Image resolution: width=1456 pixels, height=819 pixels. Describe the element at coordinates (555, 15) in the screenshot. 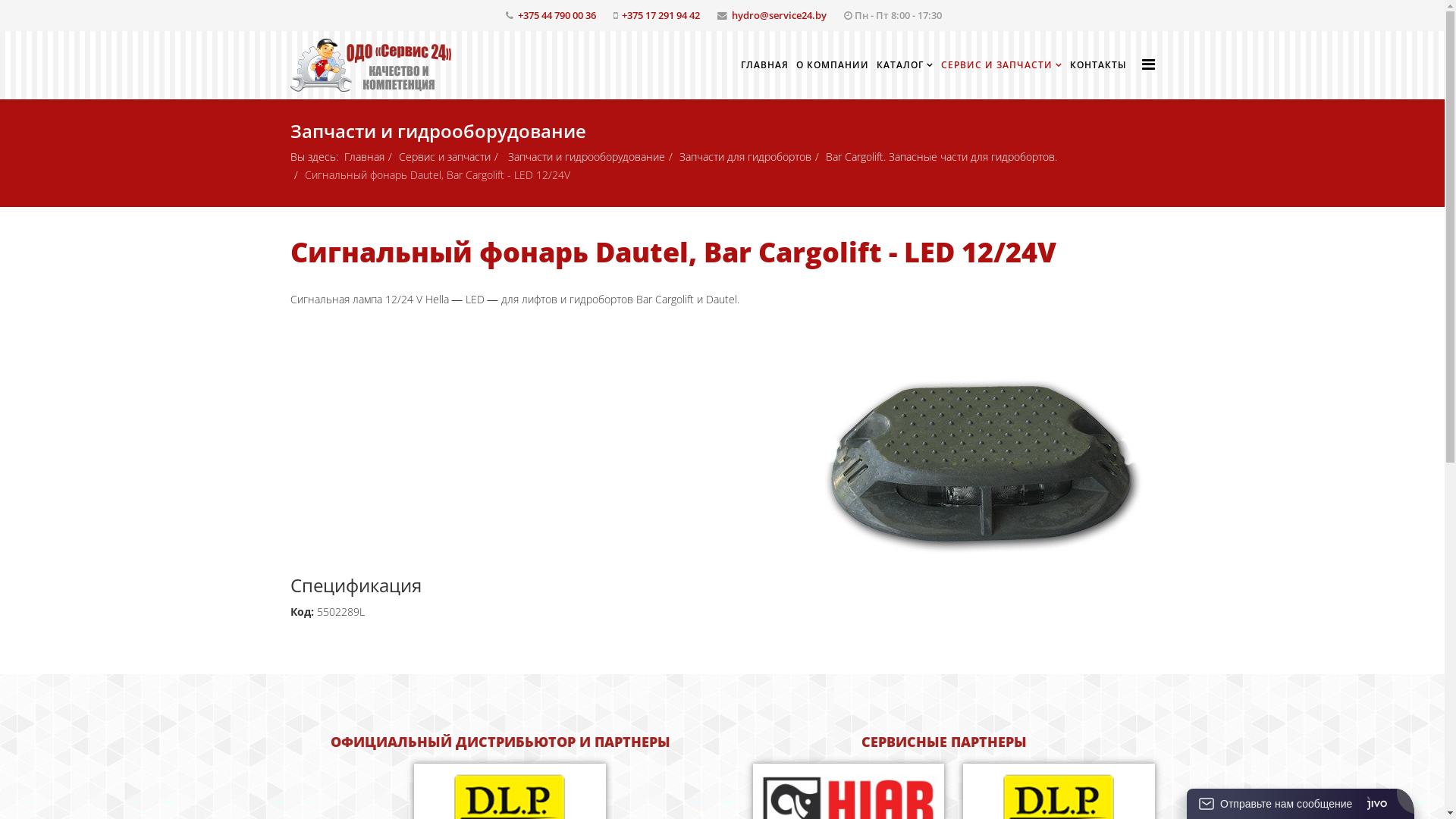

I see `'+375 44 790 00 36'` at that location.